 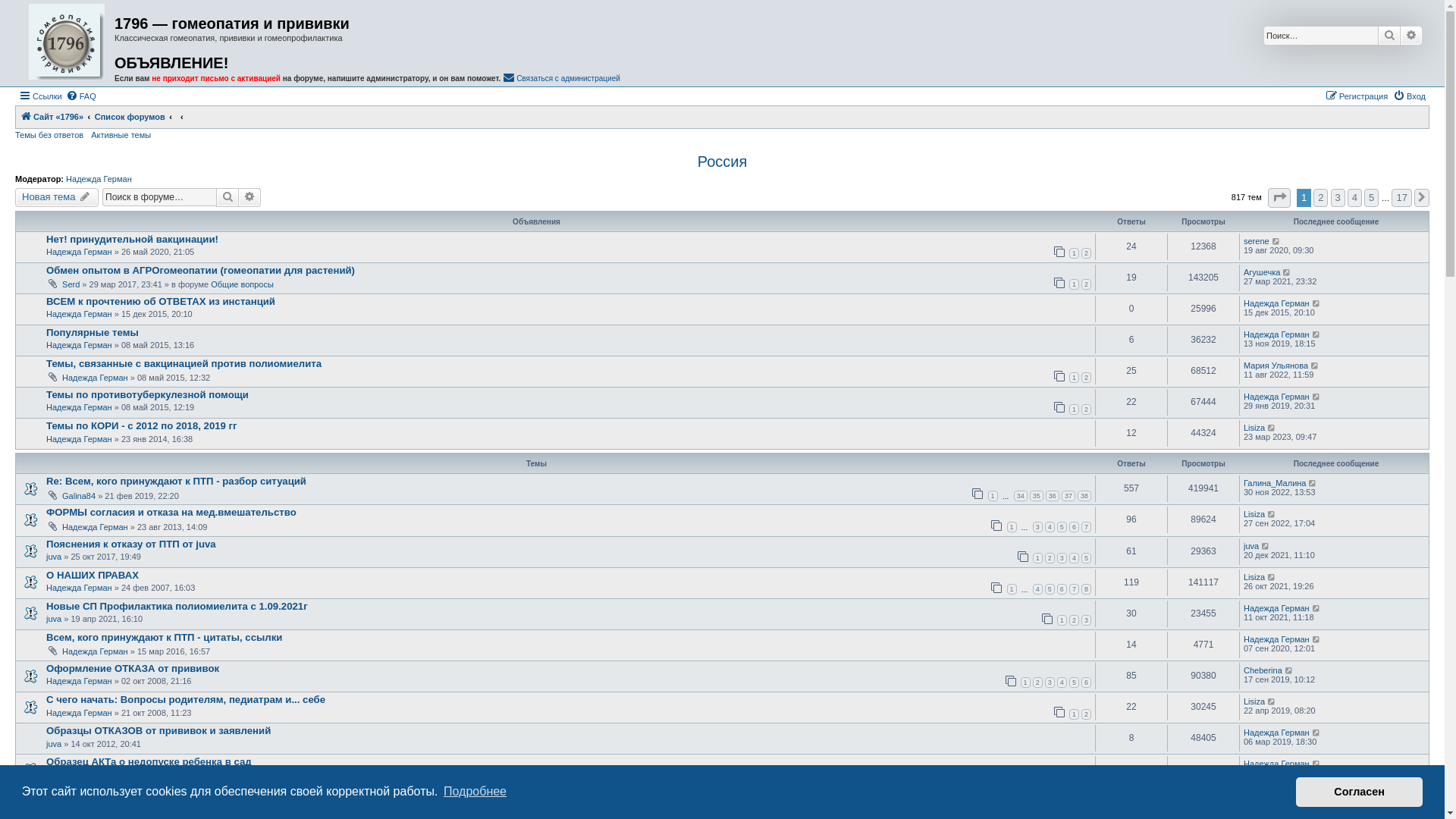 I want to click on '35', so click(x=1036, y=496).